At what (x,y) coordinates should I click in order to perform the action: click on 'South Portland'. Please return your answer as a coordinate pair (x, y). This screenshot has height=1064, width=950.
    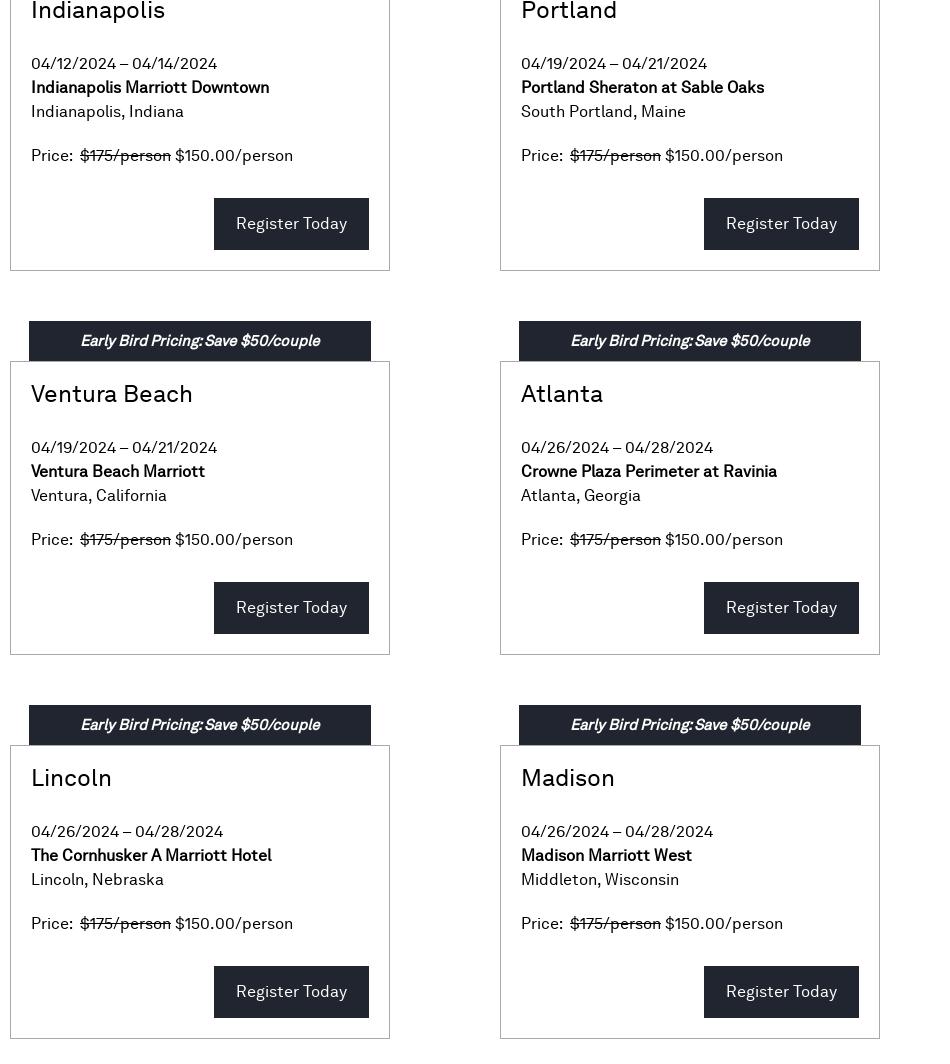
    Looking at the image, I should click on (577, 111).